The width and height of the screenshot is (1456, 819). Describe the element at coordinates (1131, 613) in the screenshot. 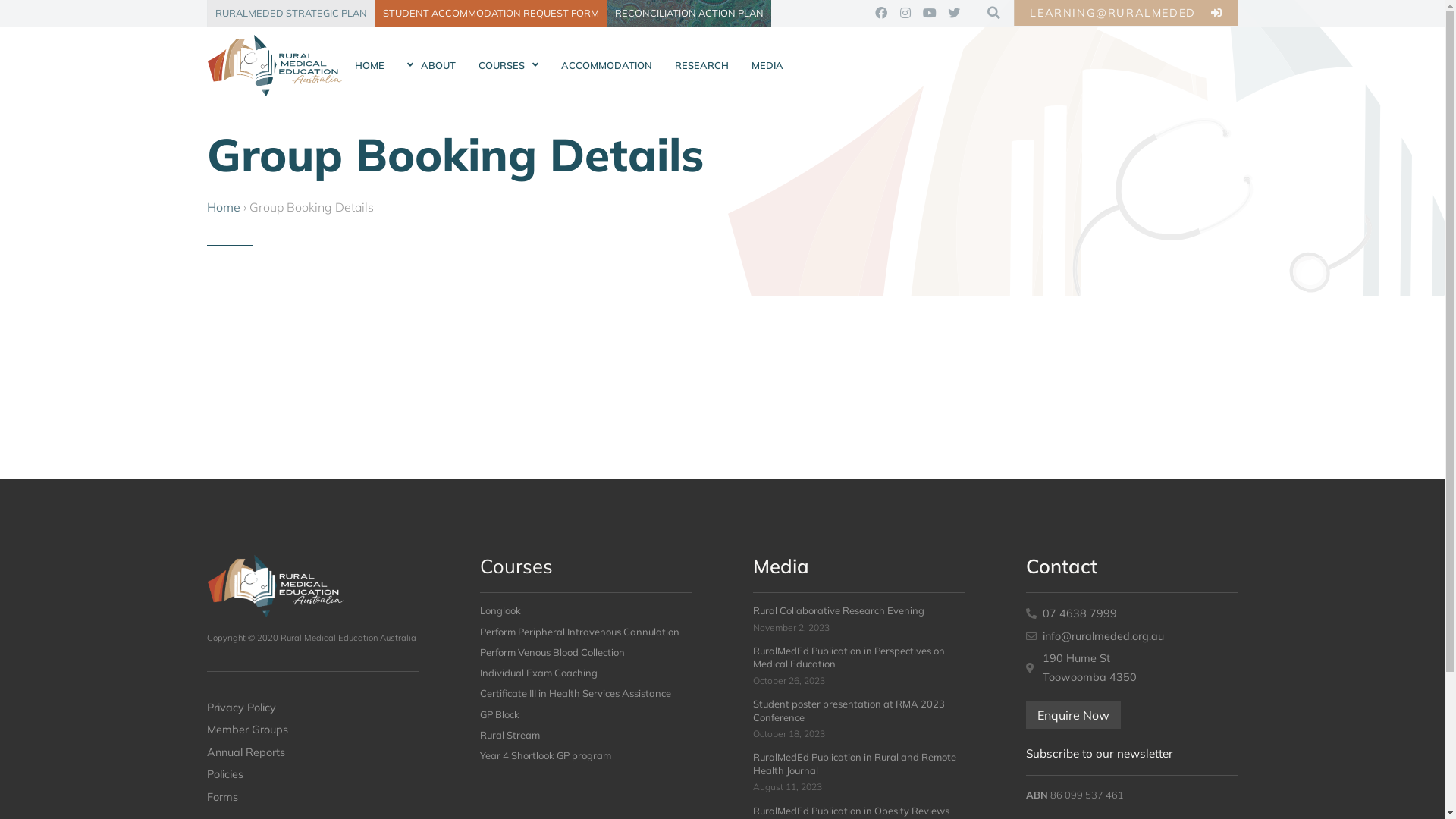

I see `'07 4638 7999'` at that location.